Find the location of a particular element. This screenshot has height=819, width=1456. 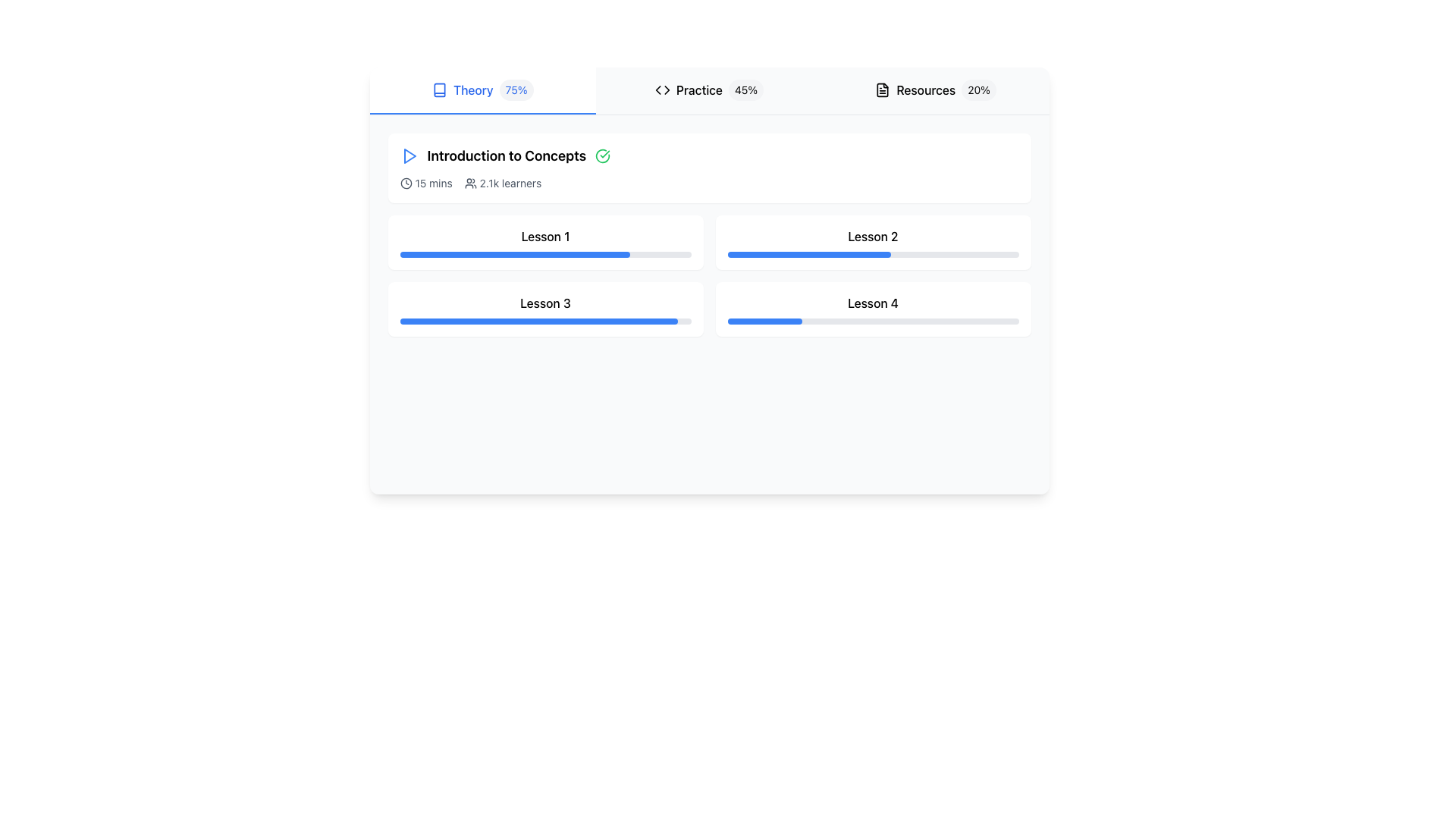

the progress bar segment representing the completion status of 'Lesson 4', which is styled in gray and located in the bottom-right quadrant of the application interface is located at coordinates (764, 321).